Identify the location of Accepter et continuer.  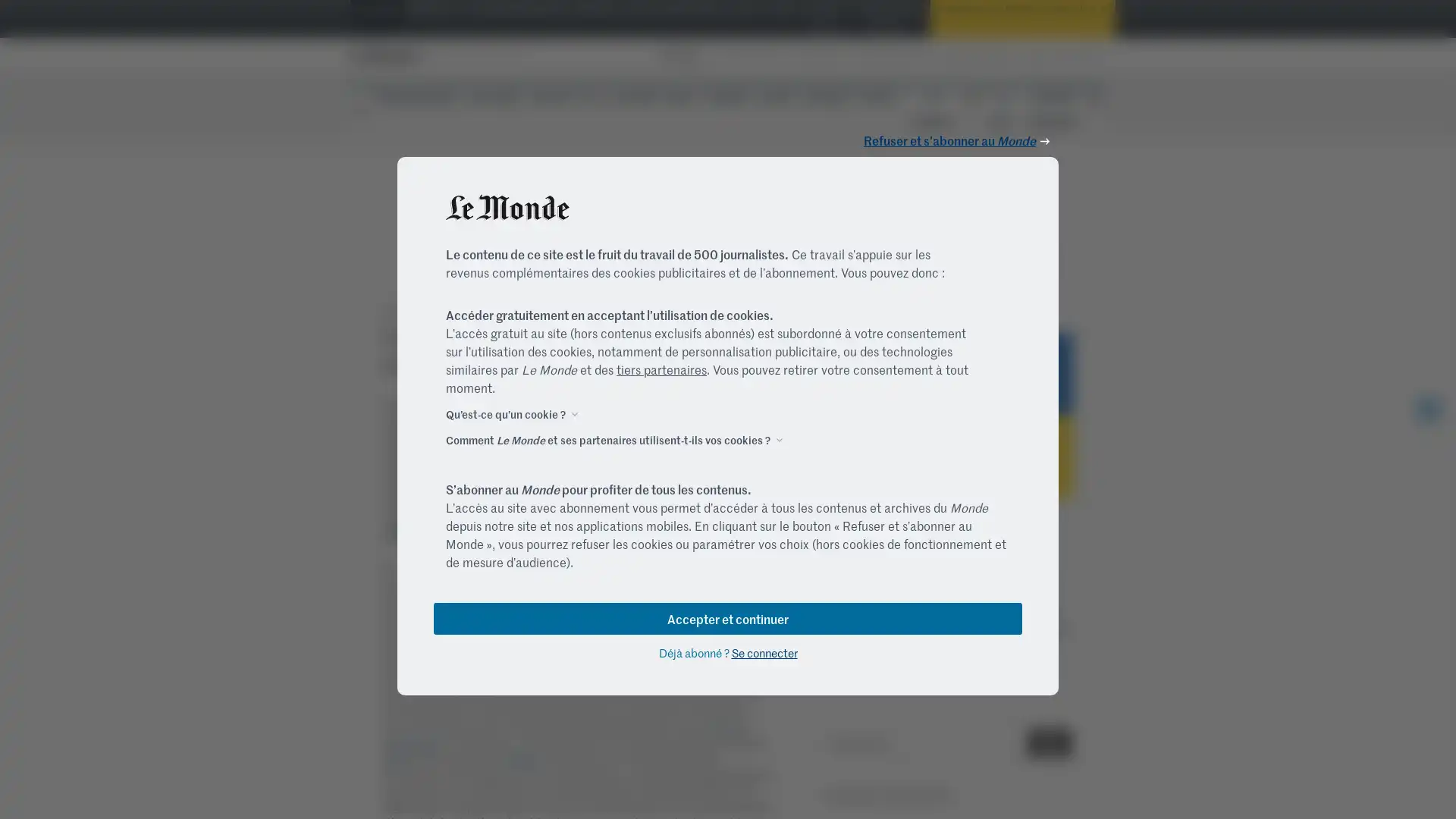
(728, 617).